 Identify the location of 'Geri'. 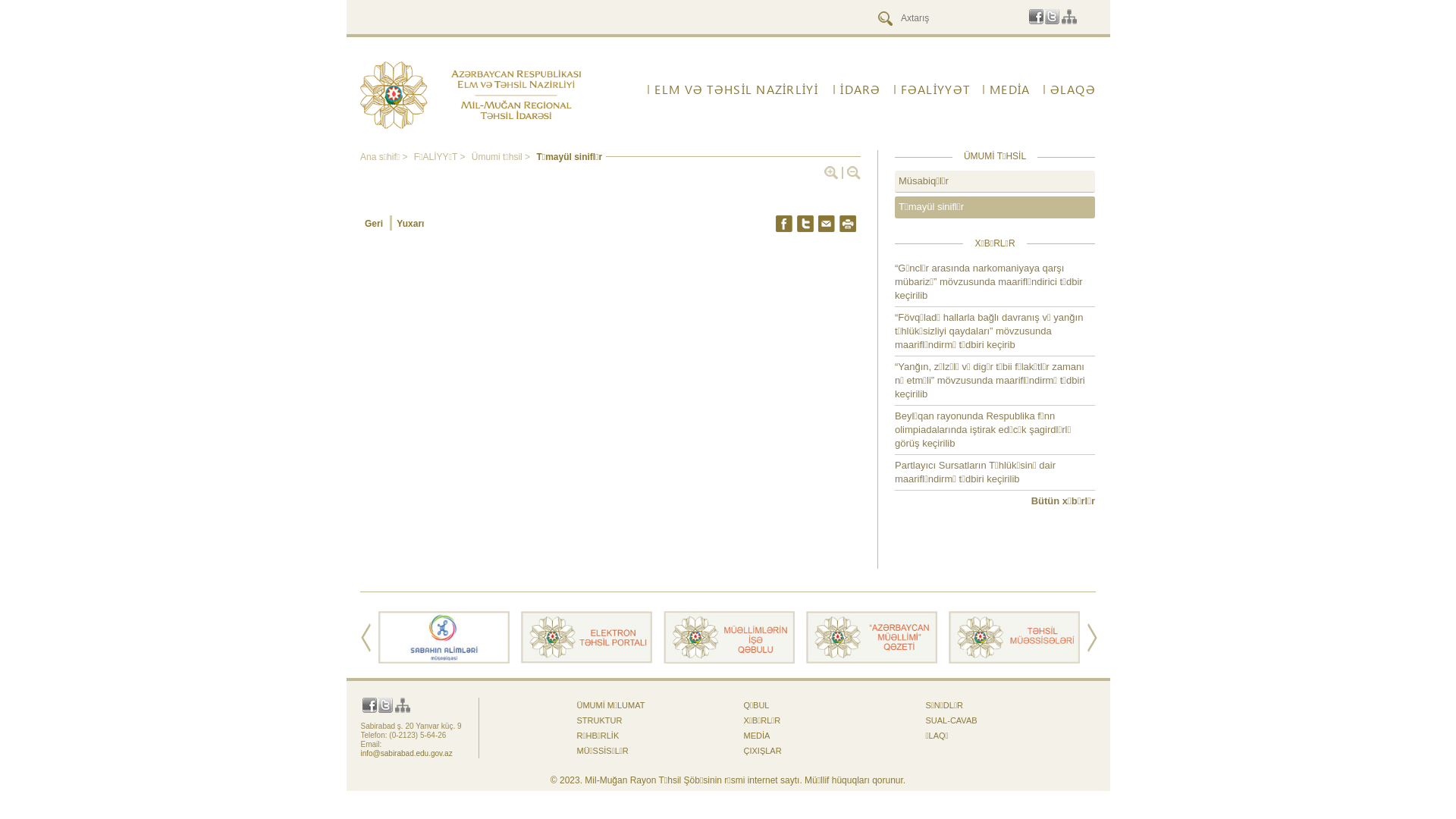
(375, 222).